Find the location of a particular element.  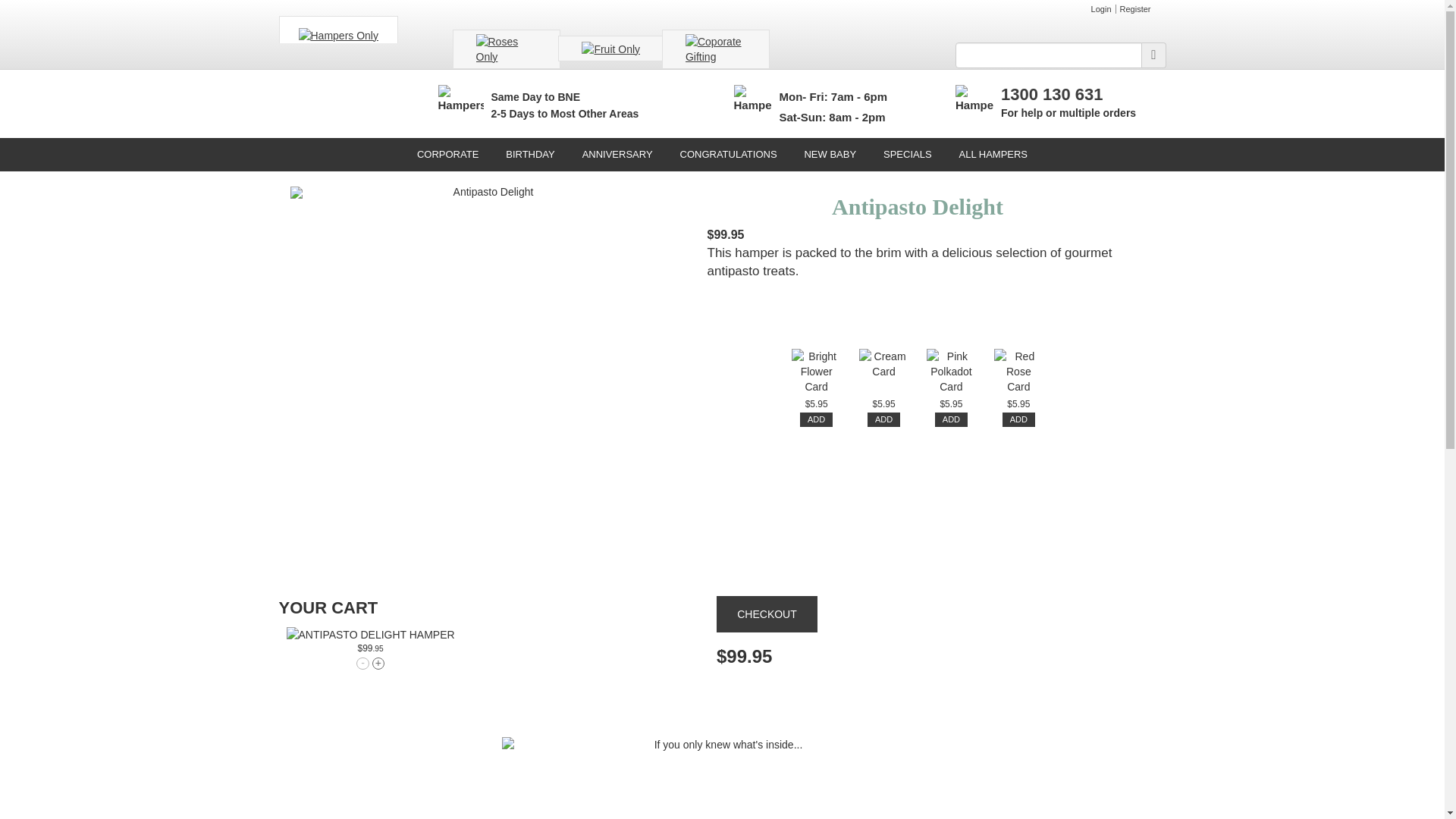

'-' is located at coordinates (362, 663).